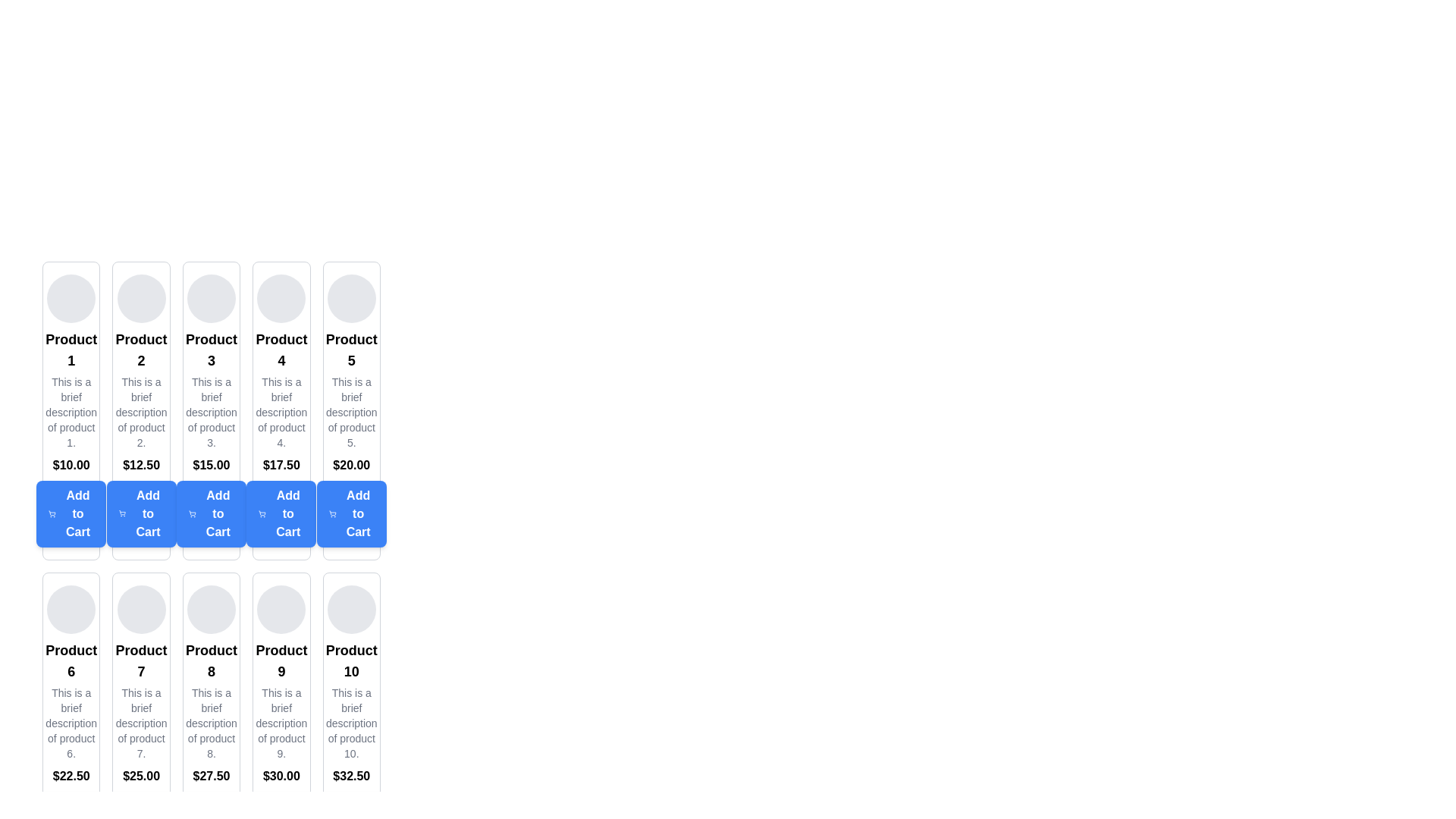 This screenshot has height=819, width=1456. What do you see at coordinates (350, 412) in the screenshot?
I see `text from the Text block containing 'This is a brief description of product 5.', which is styled in a smaller font size and located beneath the title 'Product 5'` at bounding box center [350, 412].